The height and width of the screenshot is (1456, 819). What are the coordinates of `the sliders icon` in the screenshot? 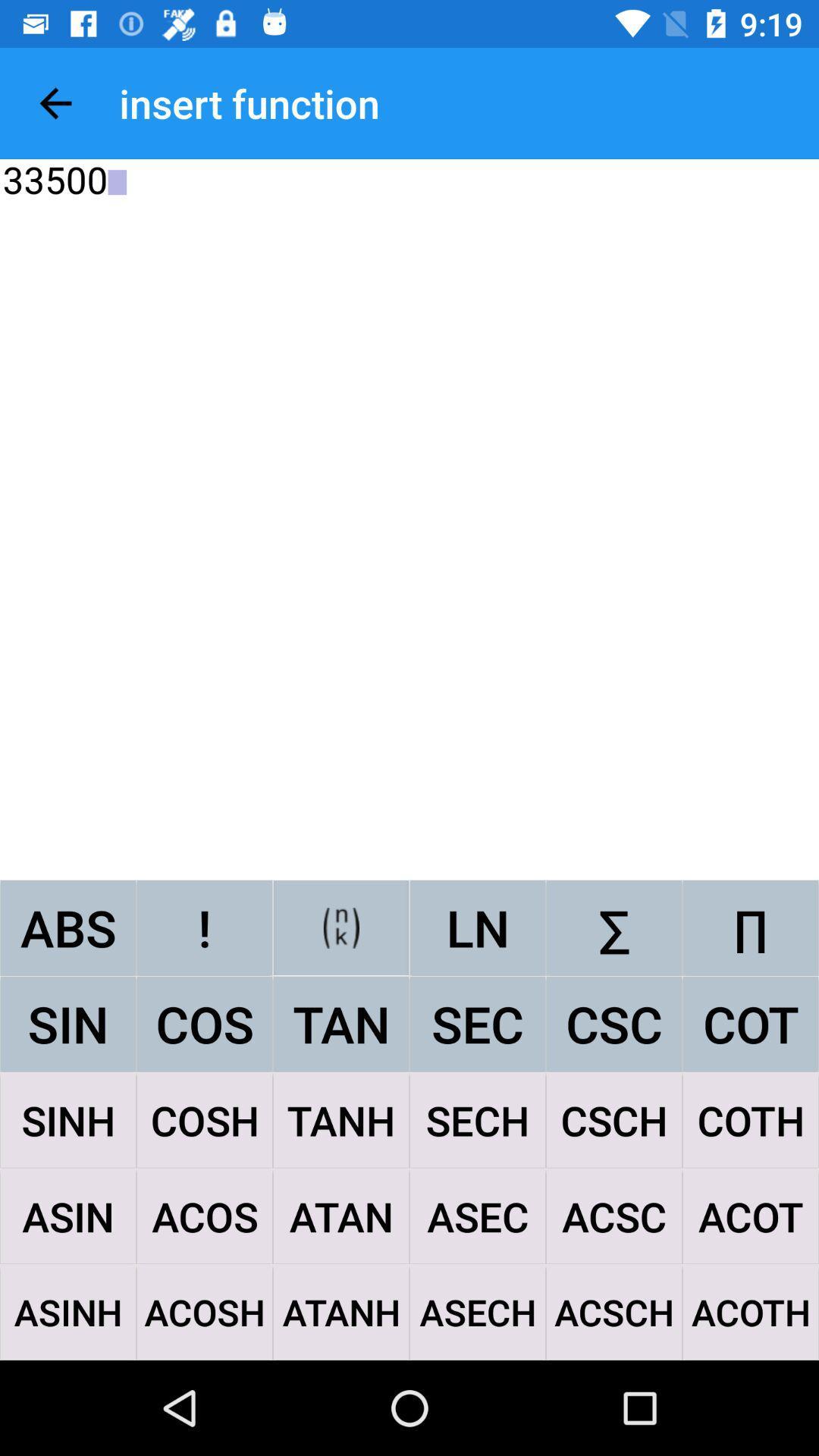 It's located at (341, 927).